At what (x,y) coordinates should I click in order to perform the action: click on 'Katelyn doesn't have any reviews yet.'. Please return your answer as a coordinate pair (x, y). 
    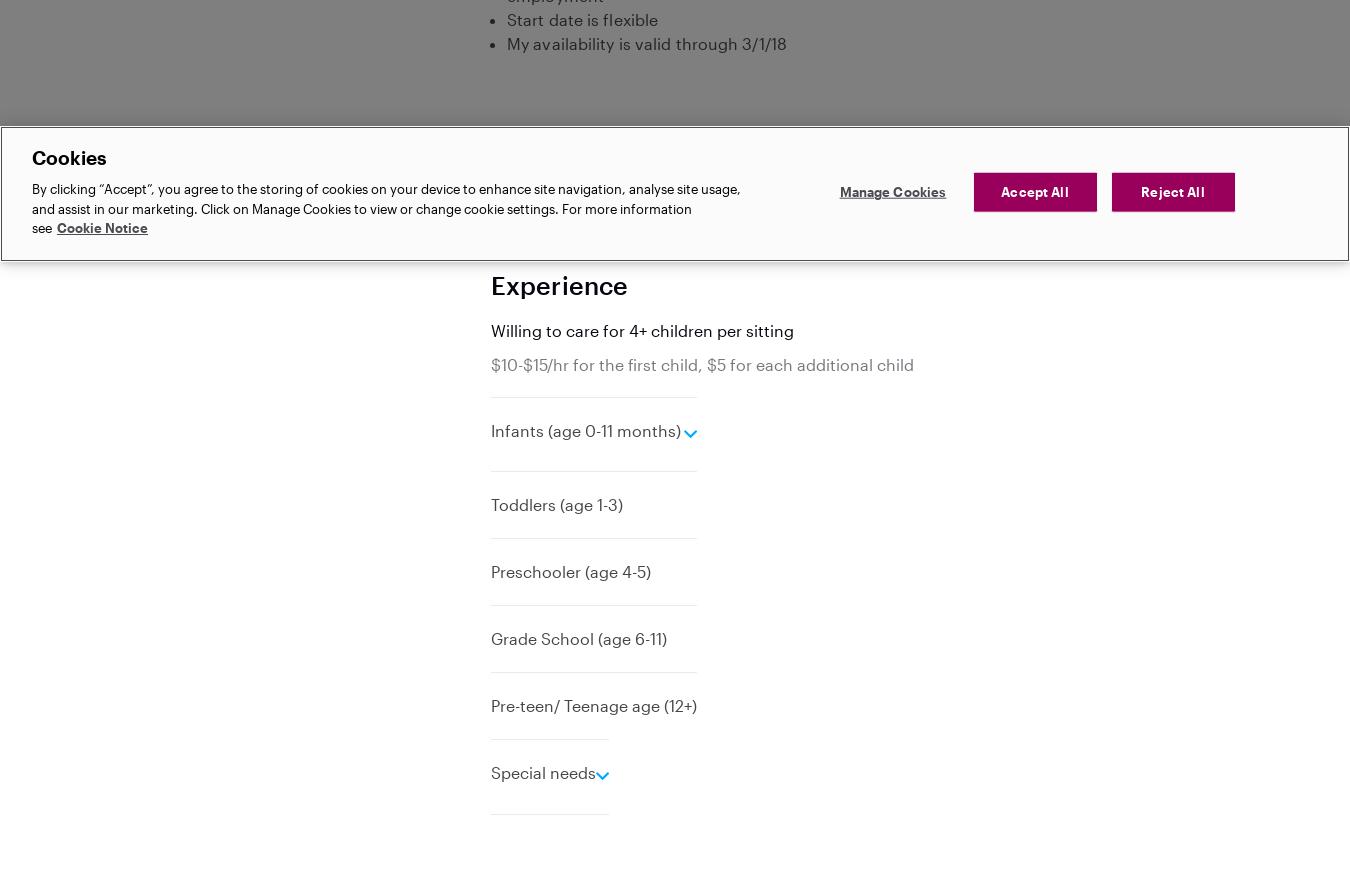
    Looking at the image, I should click on (489, 237).